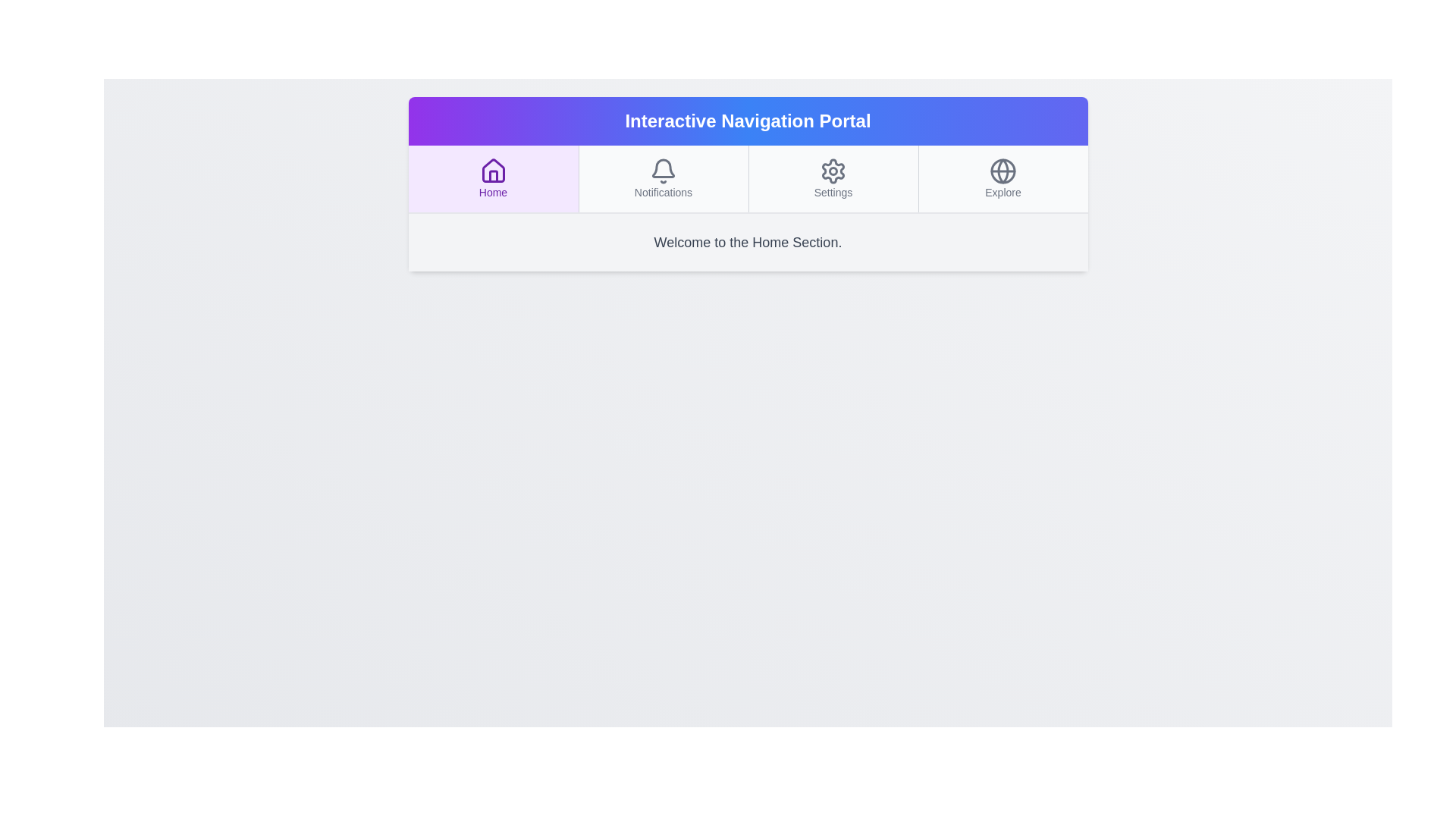  I want to click on static text element displaying 'Welcome to the Home Section.' which is centered below the navigation bar in a large gray font, so click(748, 242).